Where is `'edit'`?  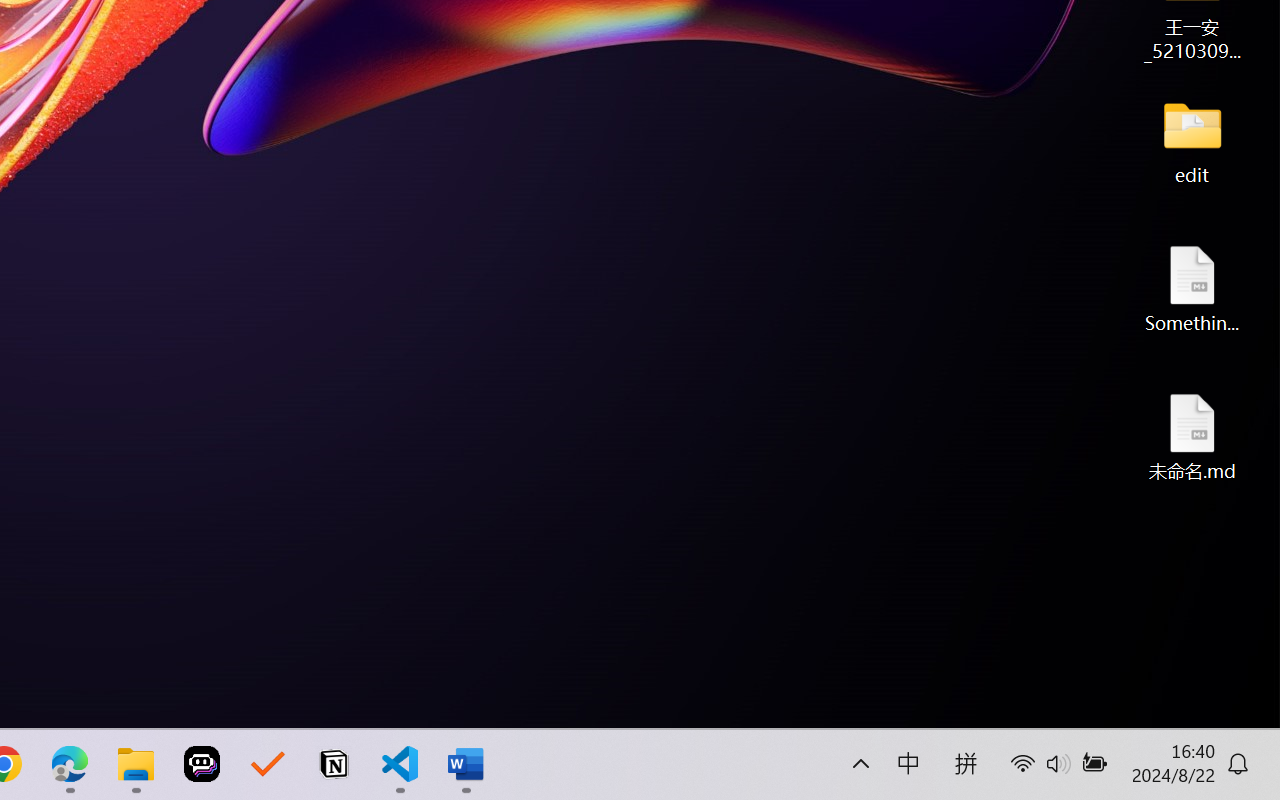 'edit' is located at coordinates (1192, 140).